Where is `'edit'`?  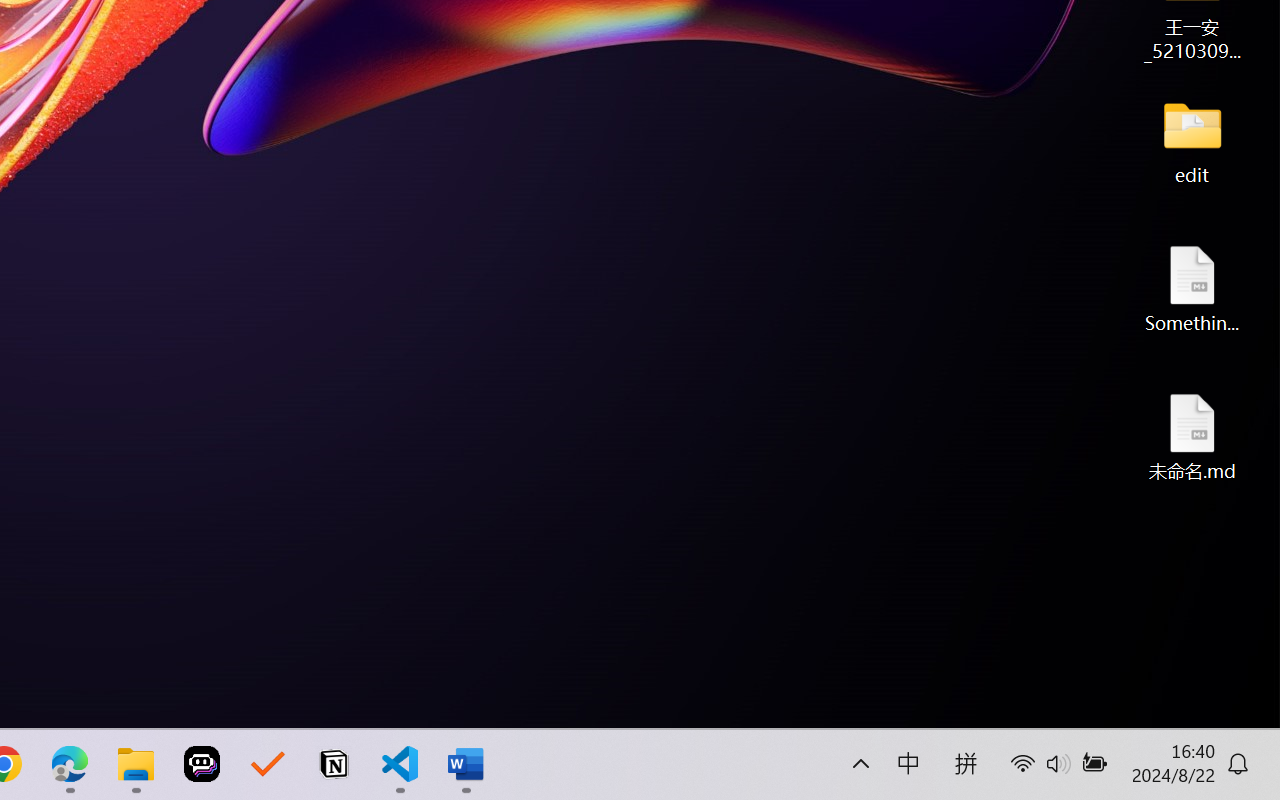 'edit' is located at coordinates (1192, 140).